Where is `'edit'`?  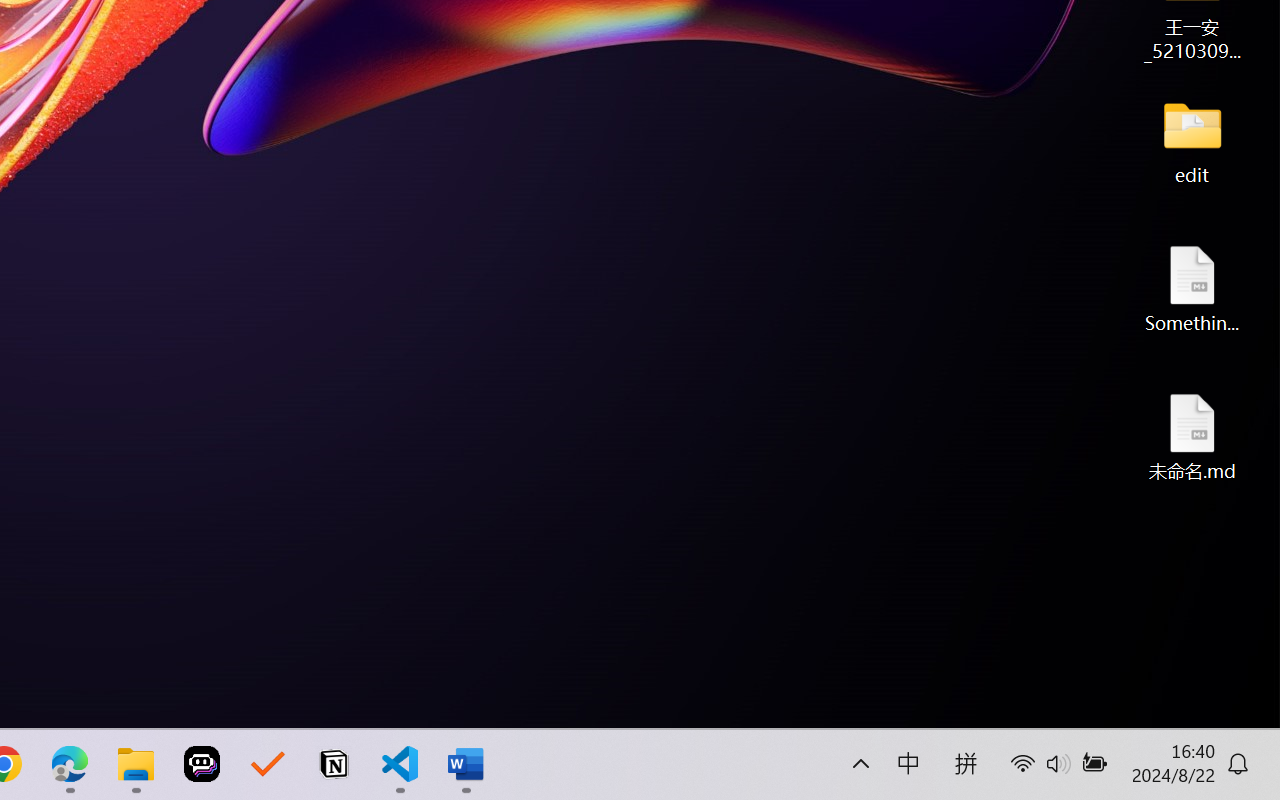 'edit' is located at coordinates (1192, 140).